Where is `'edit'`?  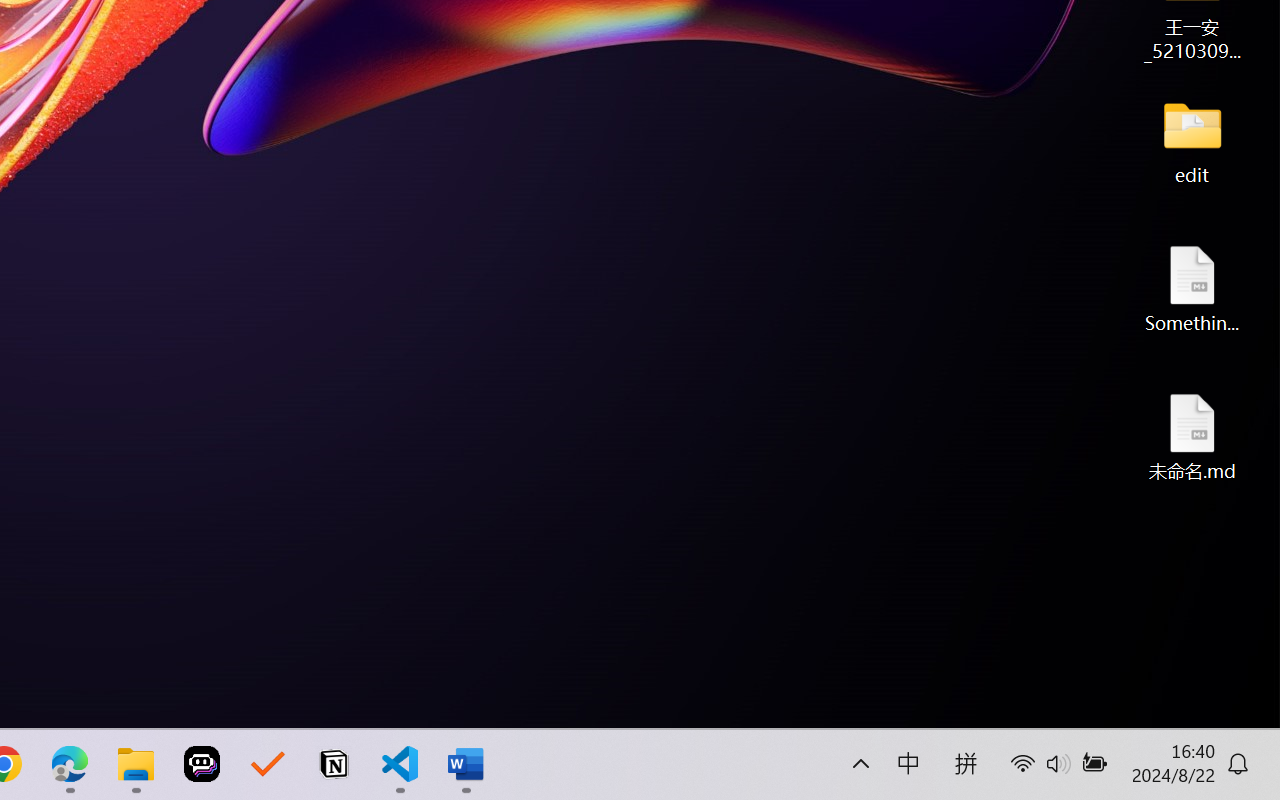 'edit' is located at coordinates (1192, 140).